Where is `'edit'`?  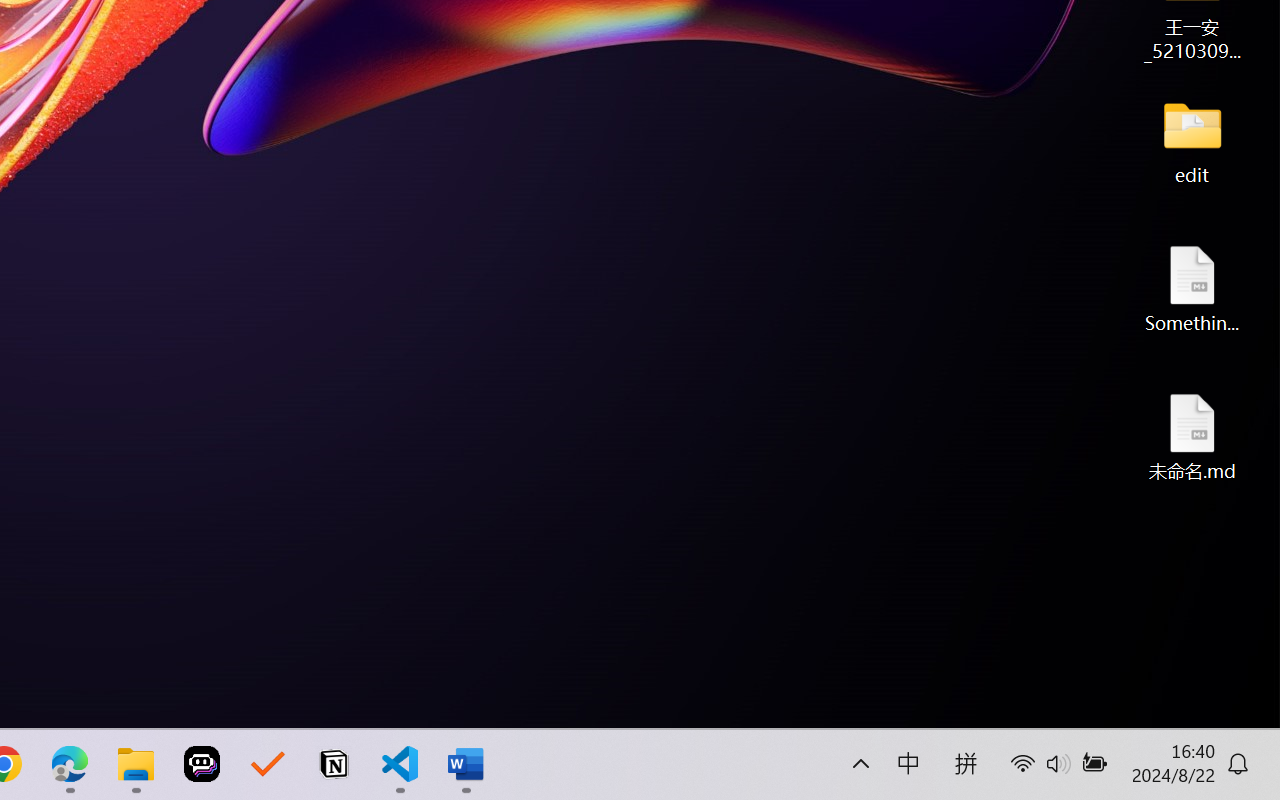 'edit' is located at coordinates (1192, 140).